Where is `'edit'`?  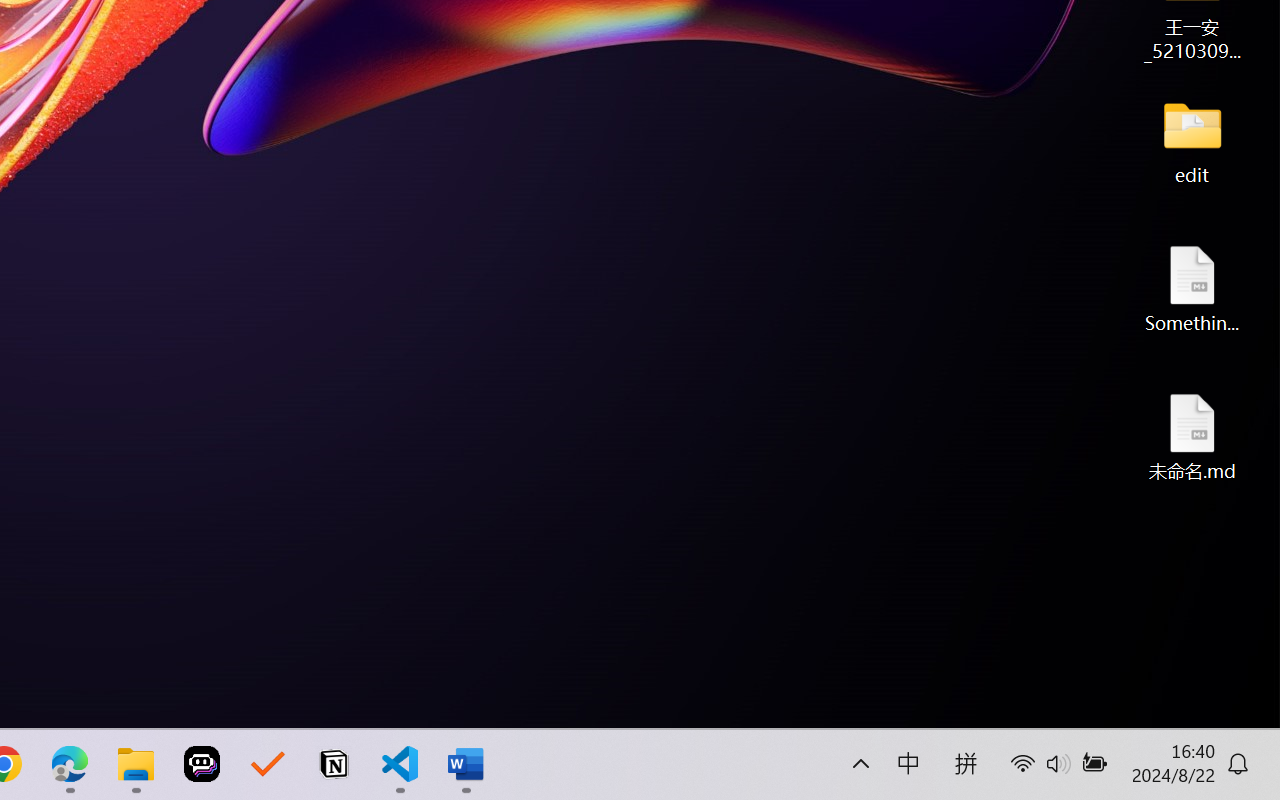 'edit' is located at coordinates (1192, 140).